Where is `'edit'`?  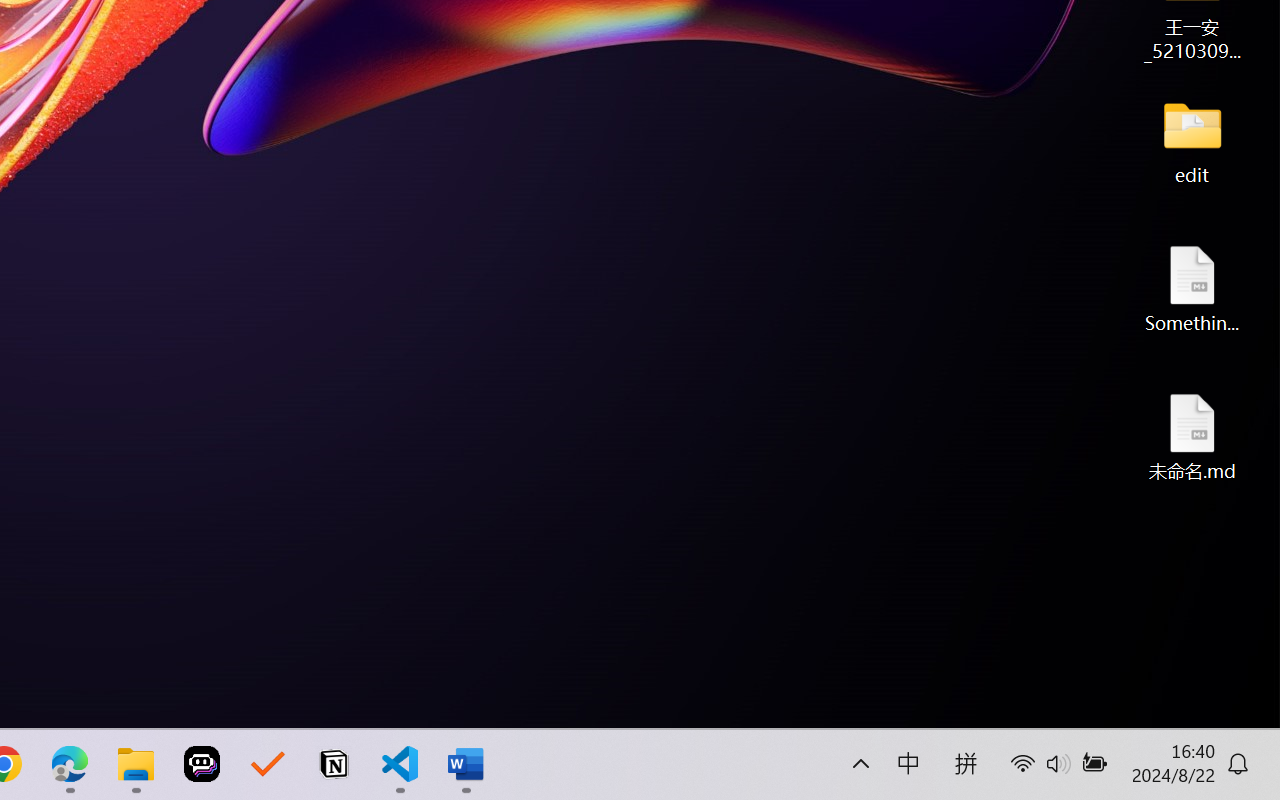 'edit' is located at coordinates (1192, 140).